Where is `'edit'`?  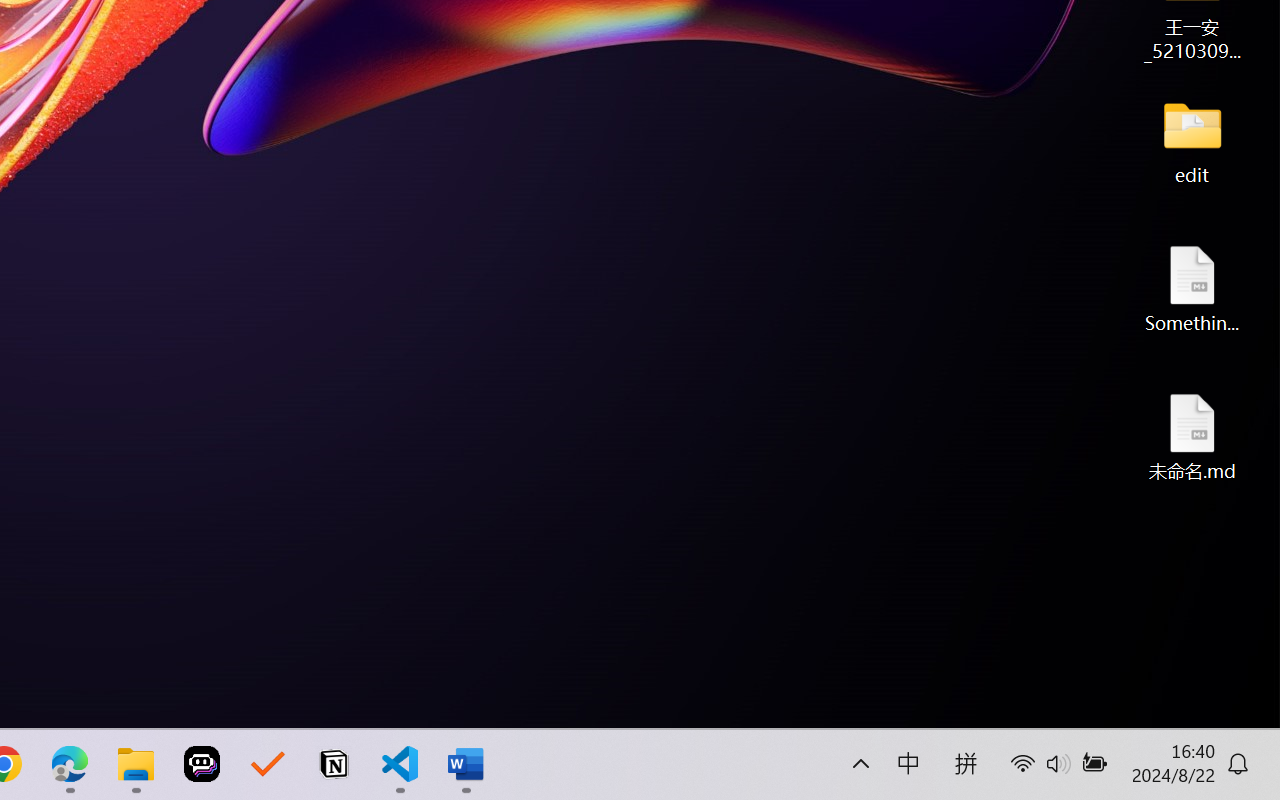 'edit' is located at coordinates (1192, 140).